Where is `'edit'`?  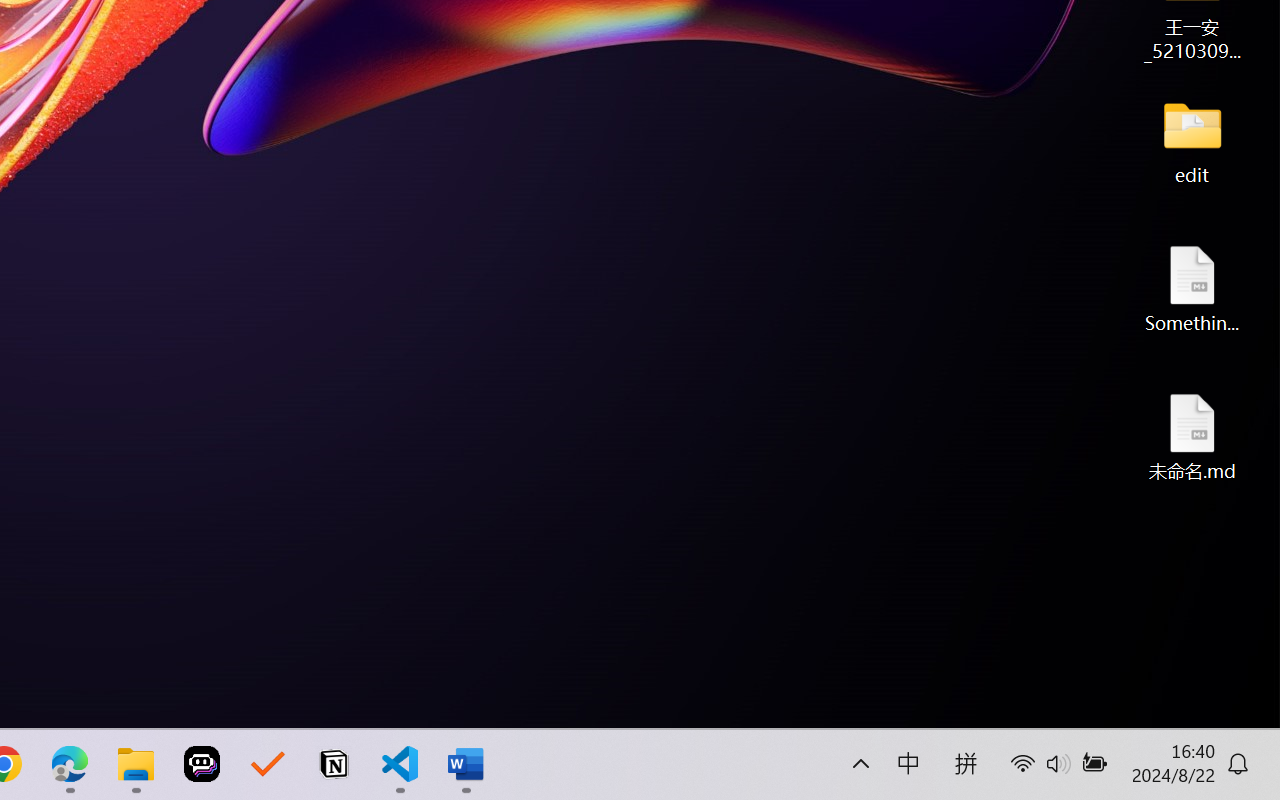 'edit' is located at coordinates (1192, 140).